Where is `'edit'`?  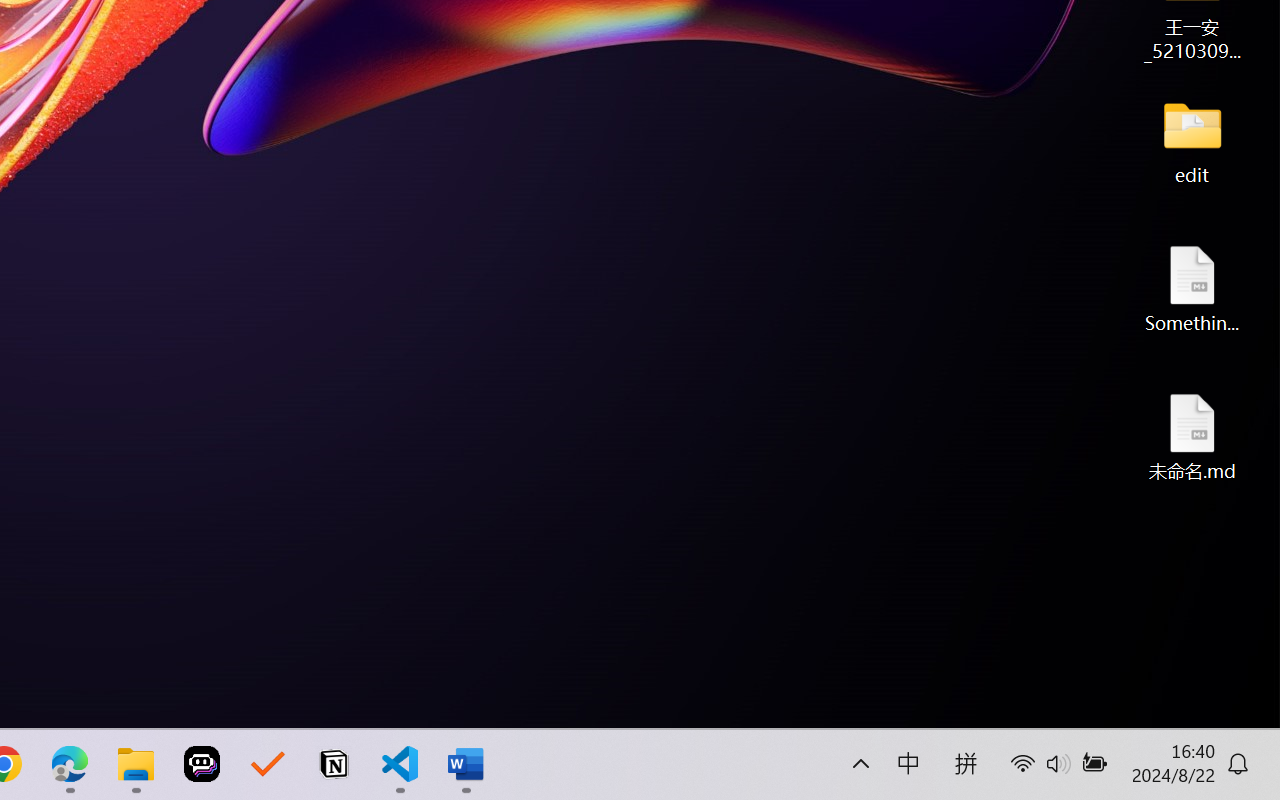 'edit' is located at coordinates (1192, 140).